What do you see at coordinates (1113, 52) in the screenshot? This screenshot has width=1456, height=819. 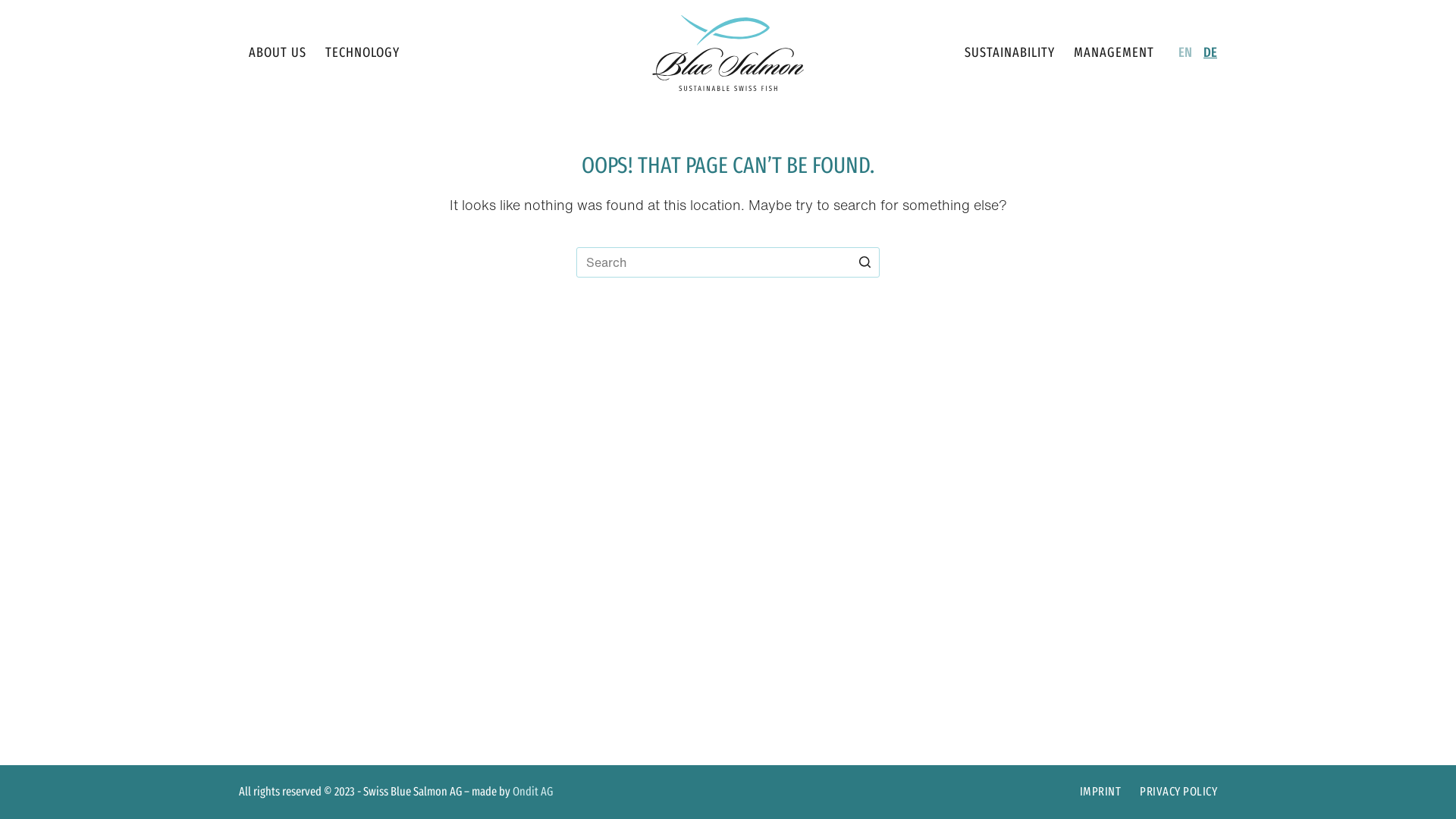 I see `'MANAGEMENT'` at bounding box center [1113, 52].